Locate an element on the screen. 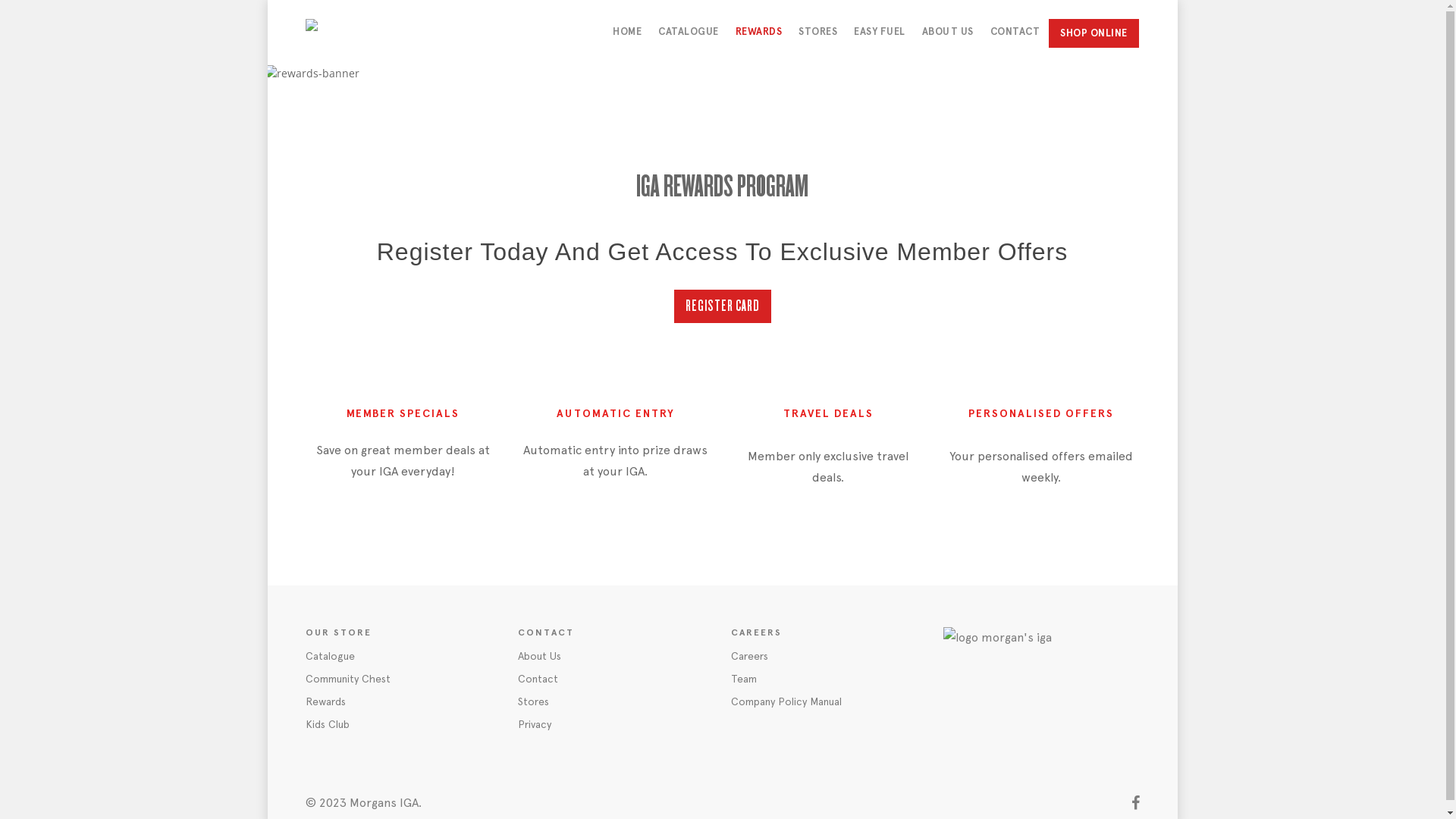  'CATALOGUE' is located at coordinates (687, 40).